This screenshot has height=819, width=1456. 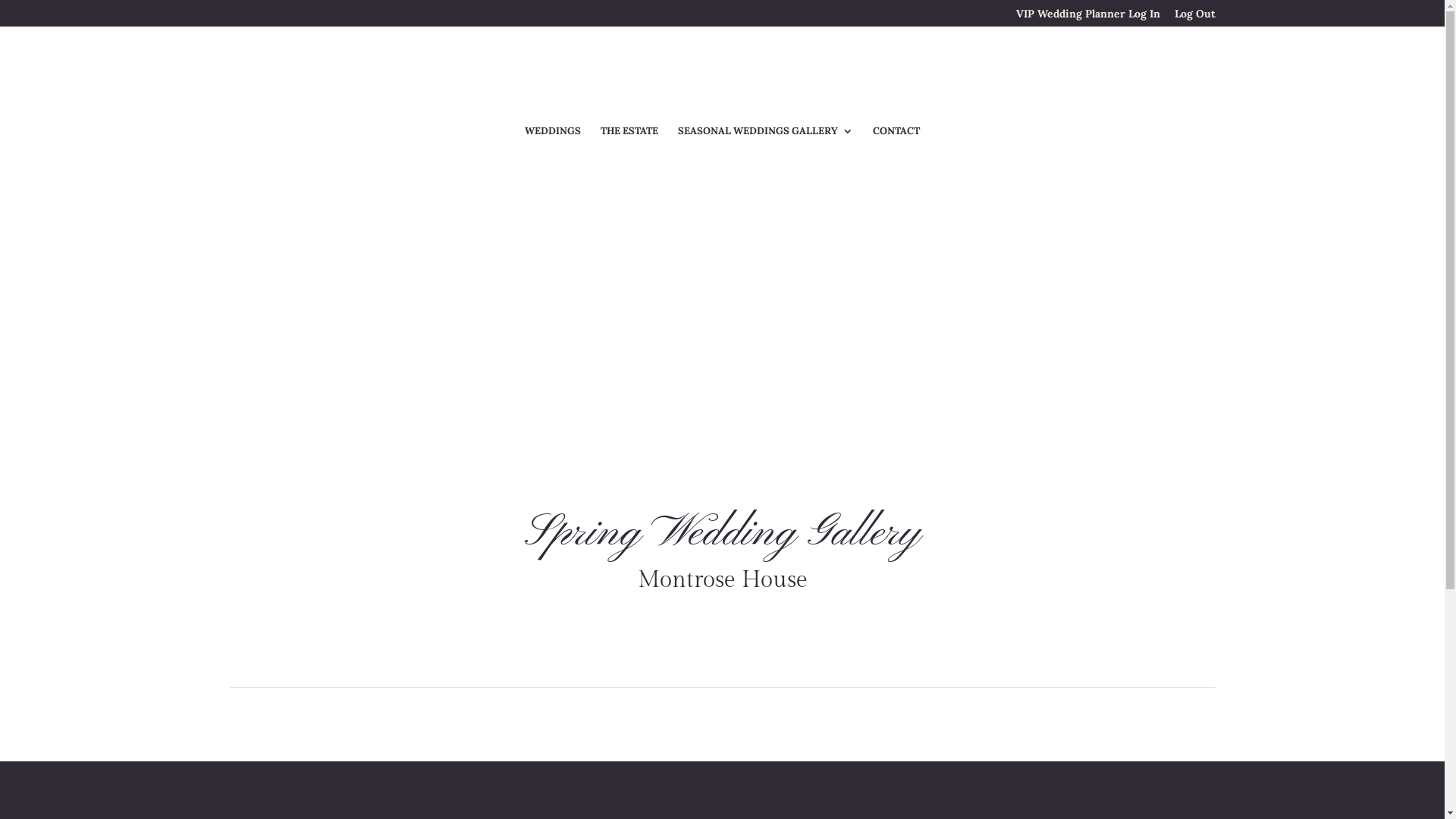 I want to click on 'CONTACT', so click(x=896, y=140).